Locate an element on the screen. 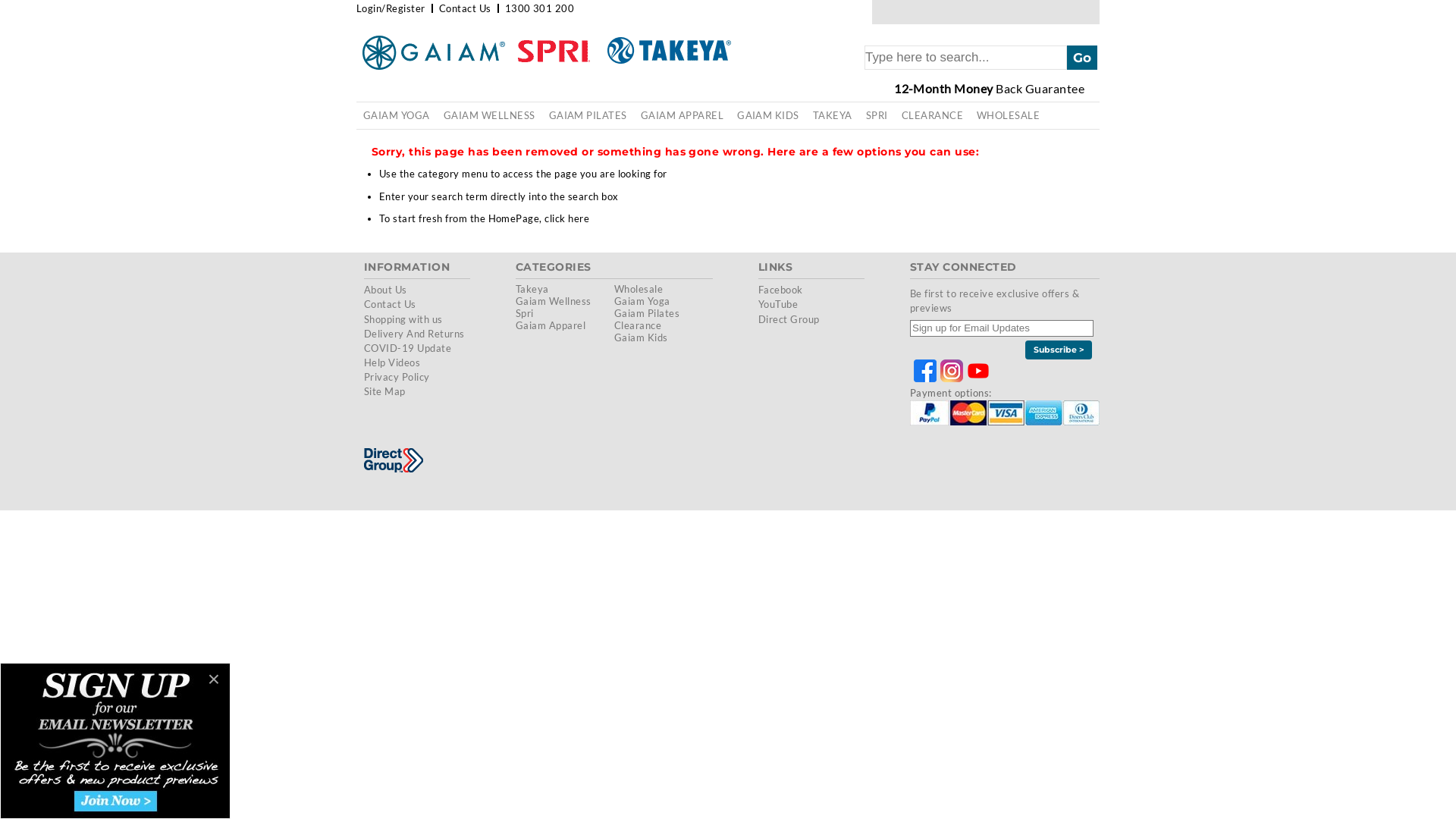  'Contact Us' is located at coordinates (464, 8).